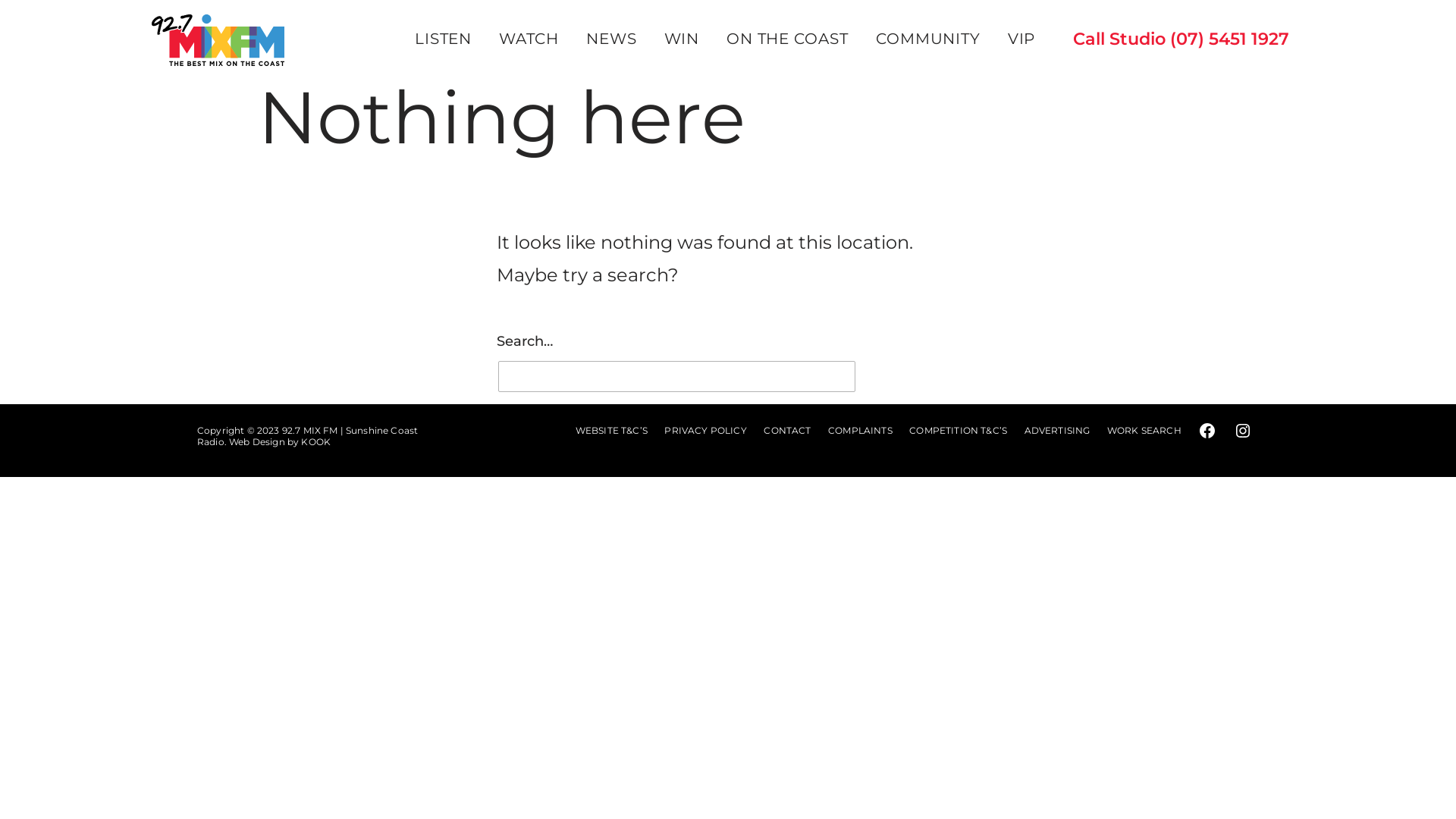  Describe the element at coordinates (860, 430) in the screenshot. I see `'COMPLAINTS'` at that location.